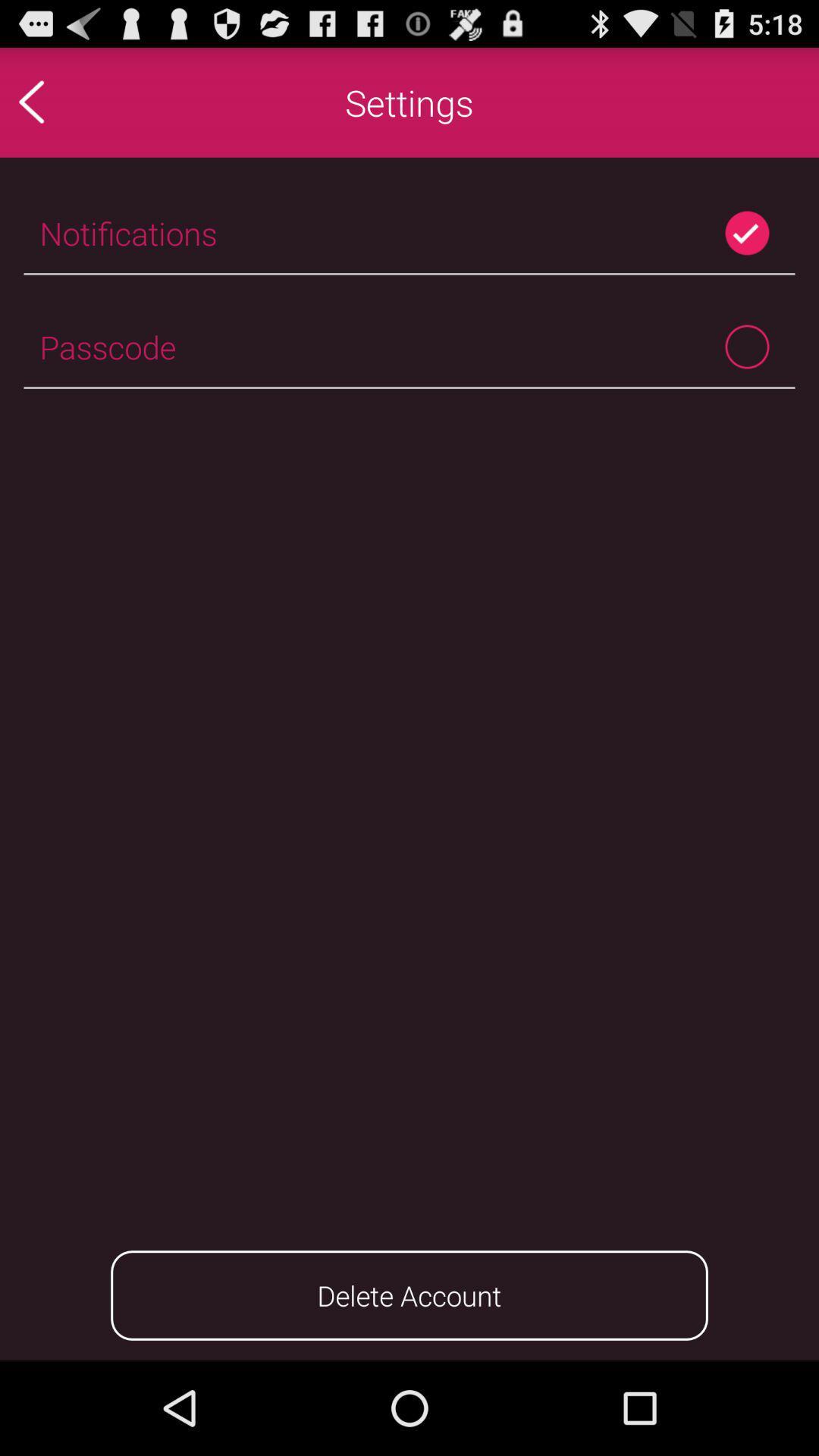  Describe the element at coordinates (409, 1294) in the screenshot. I see `the icon at the bottom` at that location.